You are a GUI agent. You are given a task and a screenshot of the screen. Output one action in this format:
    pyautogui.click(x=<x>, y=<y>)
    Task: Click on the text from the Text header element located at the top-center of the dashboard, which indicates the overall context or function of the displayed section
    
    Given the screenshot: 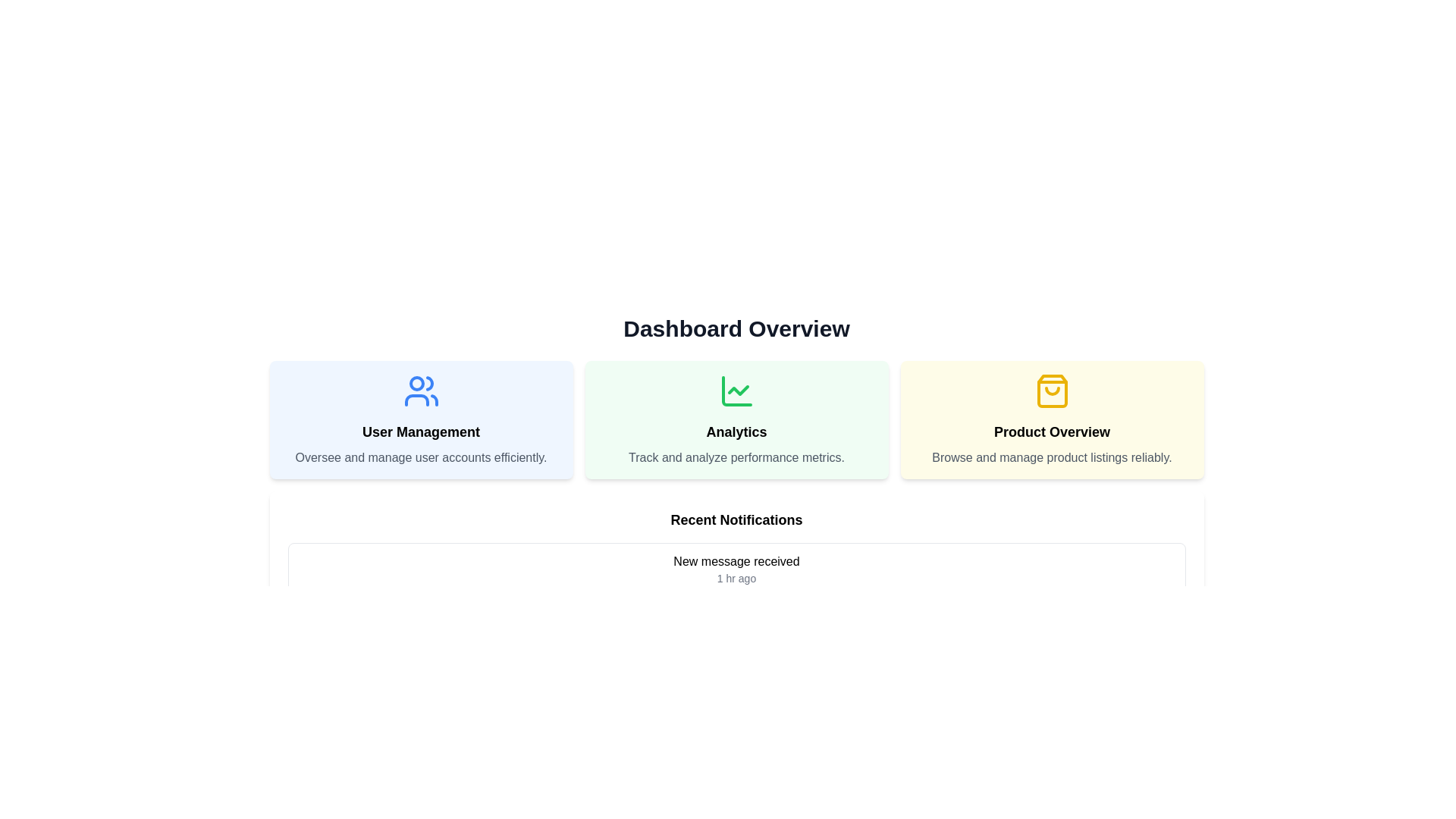 What is the action you would take?
    pyautogui.click(x=736, y=328)
    